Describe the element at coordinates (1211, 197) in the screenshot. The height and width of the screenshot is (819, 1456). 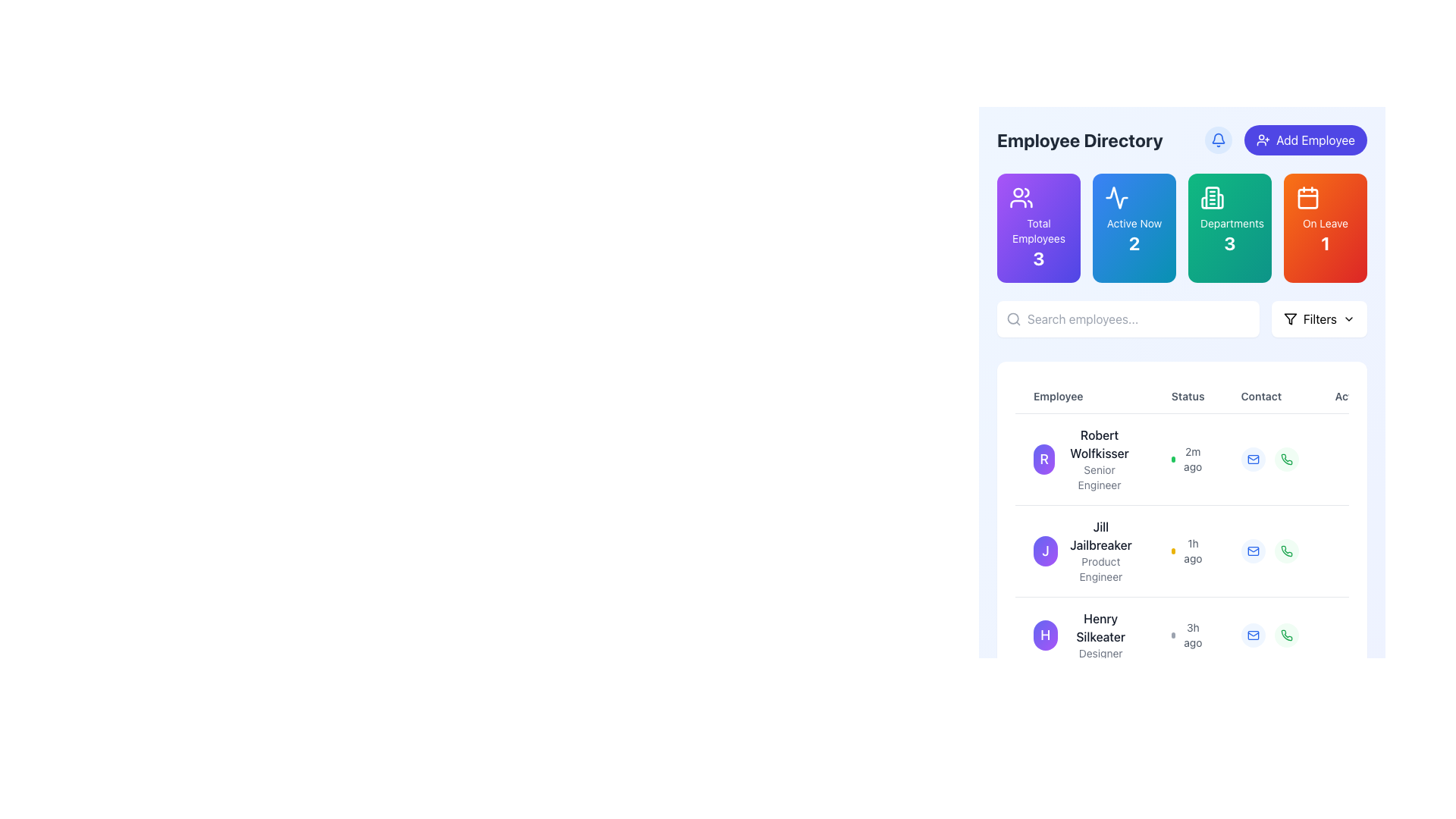
I see `the building icon within the green 'Departments' card` at that location.